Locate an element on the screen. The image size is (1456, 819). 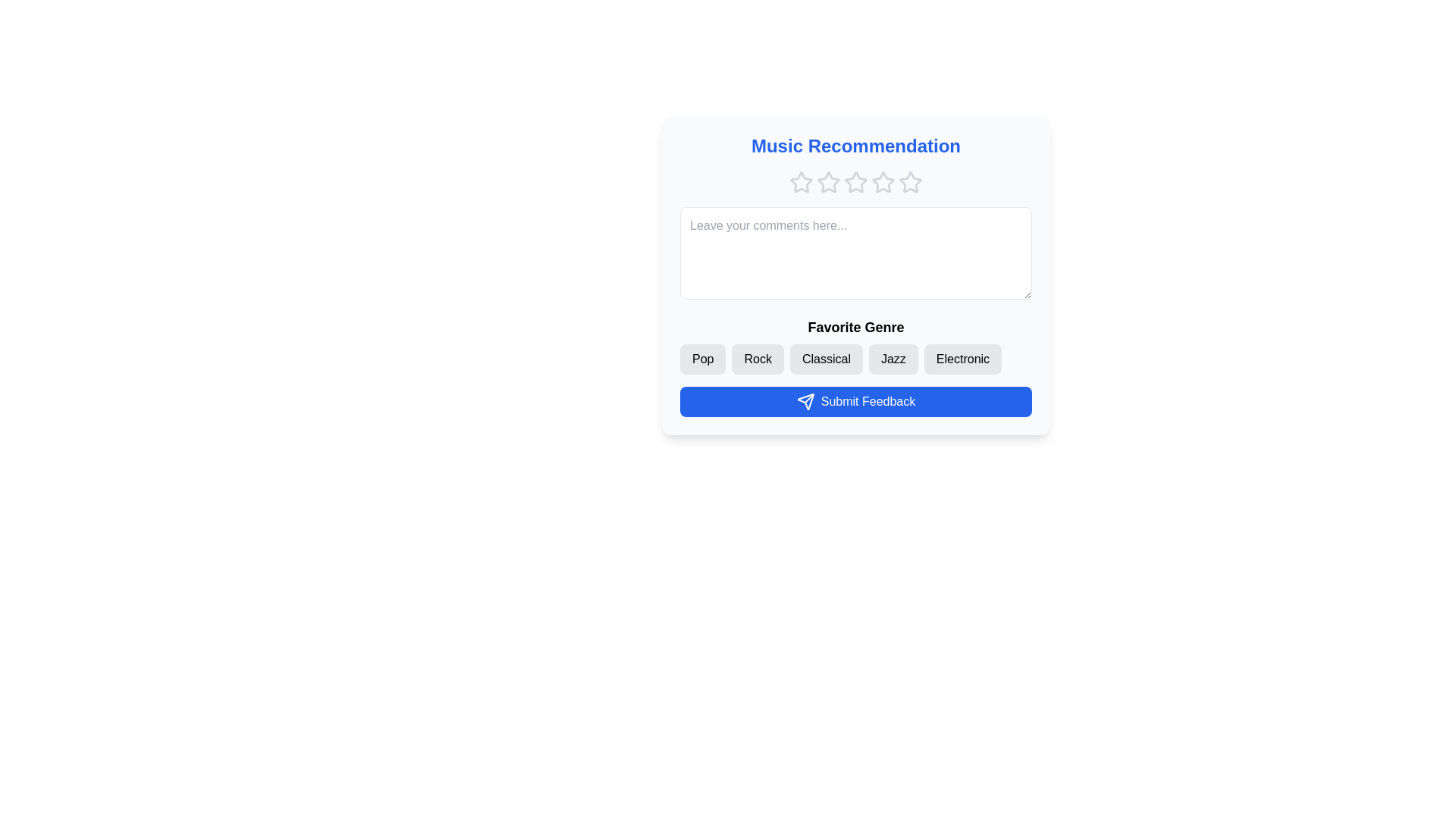
the 'Jazz' button located in the fourth position under the 'Favorite Genre' heading is located at coordinates (893, 359).